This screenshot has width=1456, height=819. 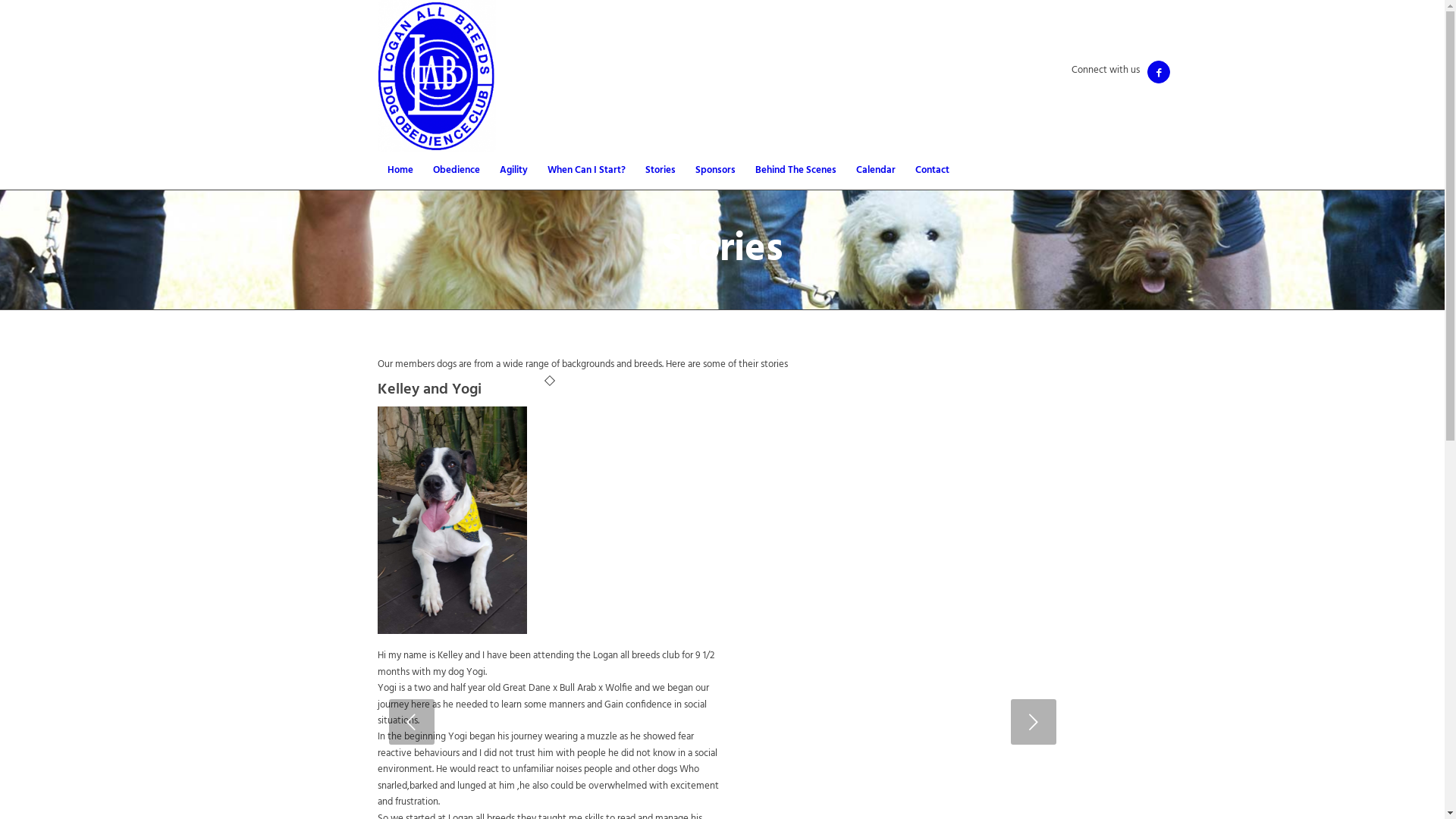 I want to click on 'Contact', so click(x=931, y=170).